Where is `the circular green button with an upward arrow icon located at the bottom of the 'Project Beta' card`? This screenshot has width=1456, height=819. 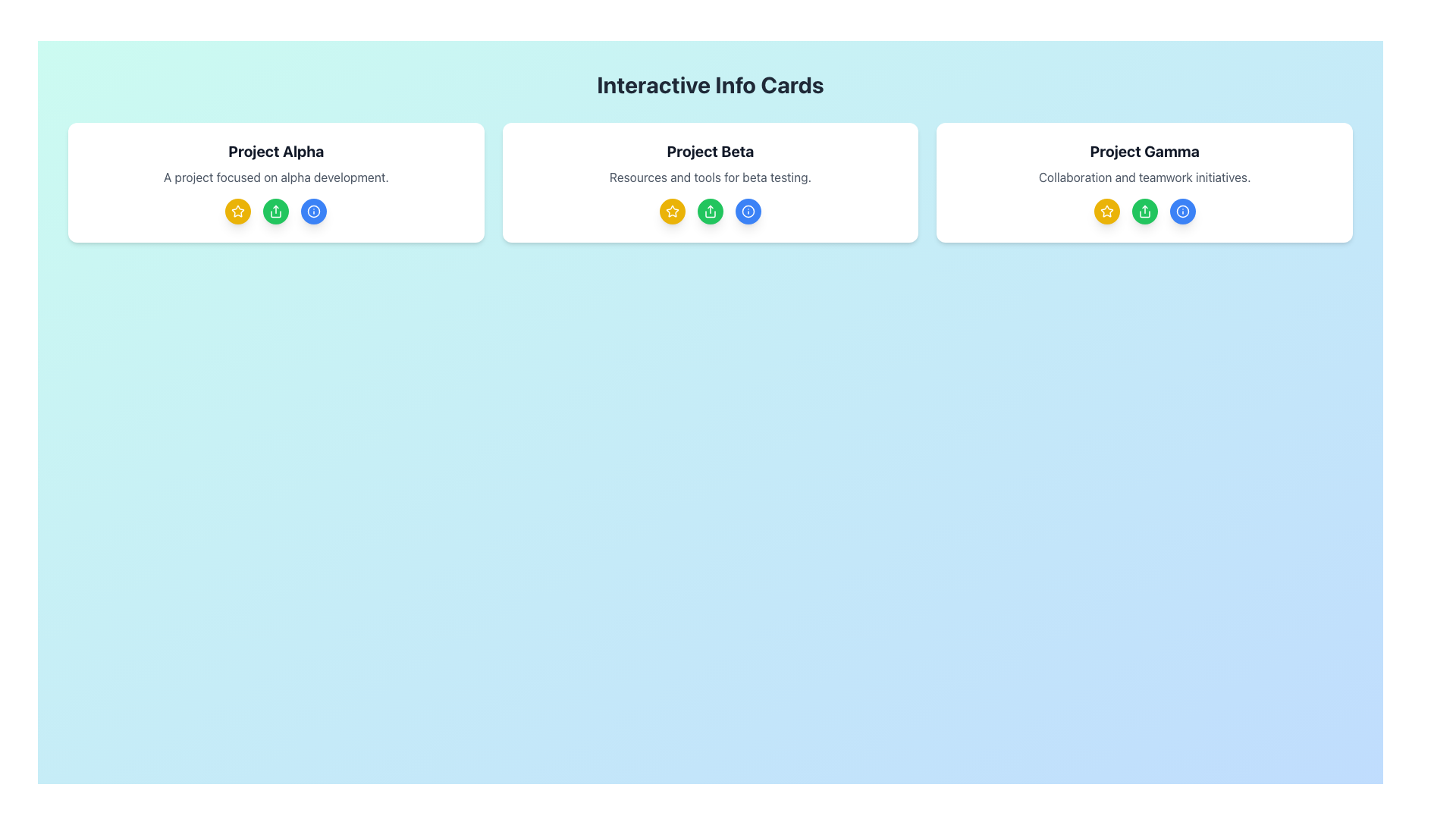
the circular green button with an upward arrow icon located at the bottom of the 'Project Beta' card is located at coordinates (709, 211).